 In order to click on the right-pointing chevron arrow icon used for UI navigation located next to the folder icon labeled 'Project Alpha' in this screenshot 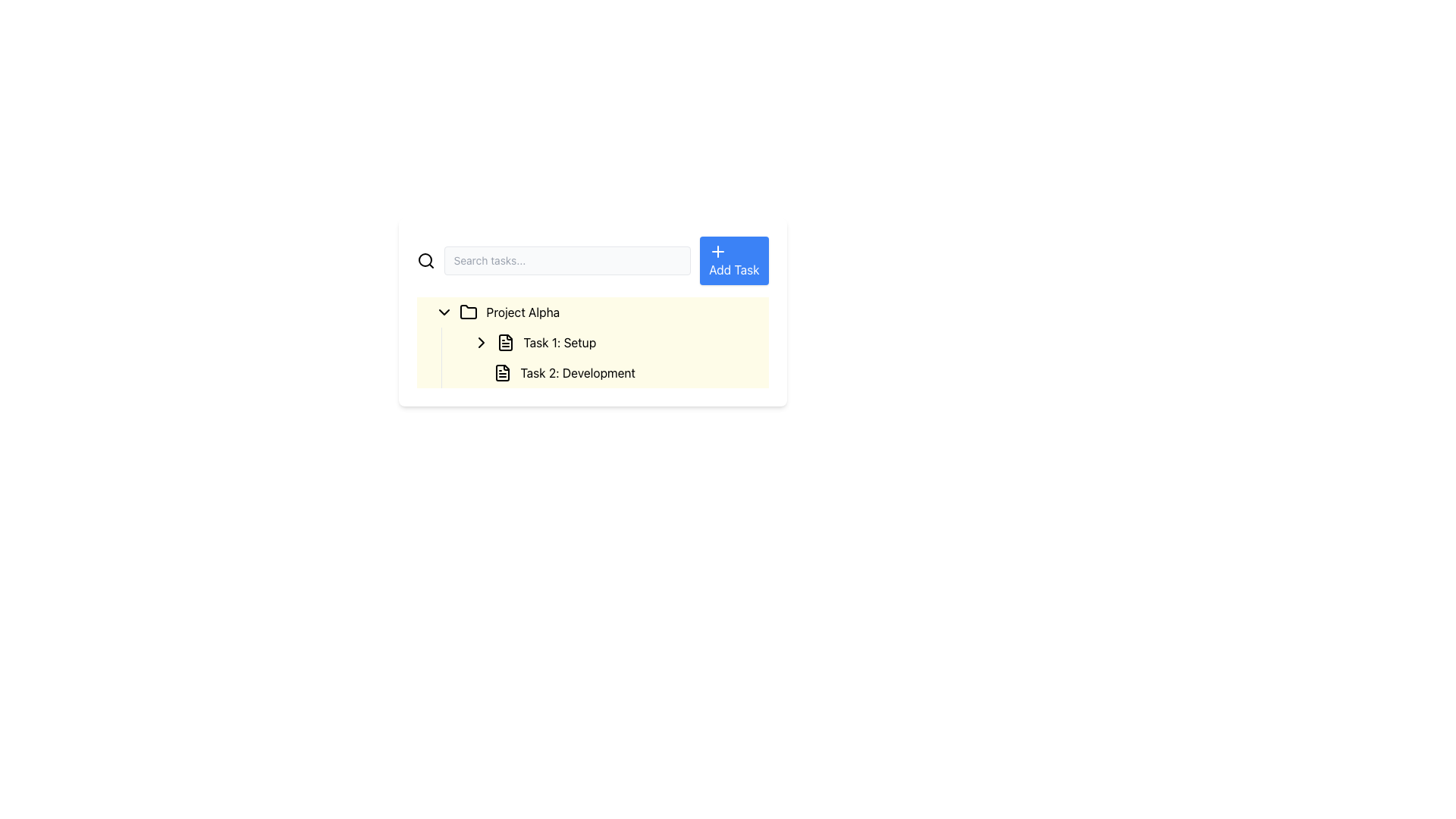, I will do `click(480, 342)`.